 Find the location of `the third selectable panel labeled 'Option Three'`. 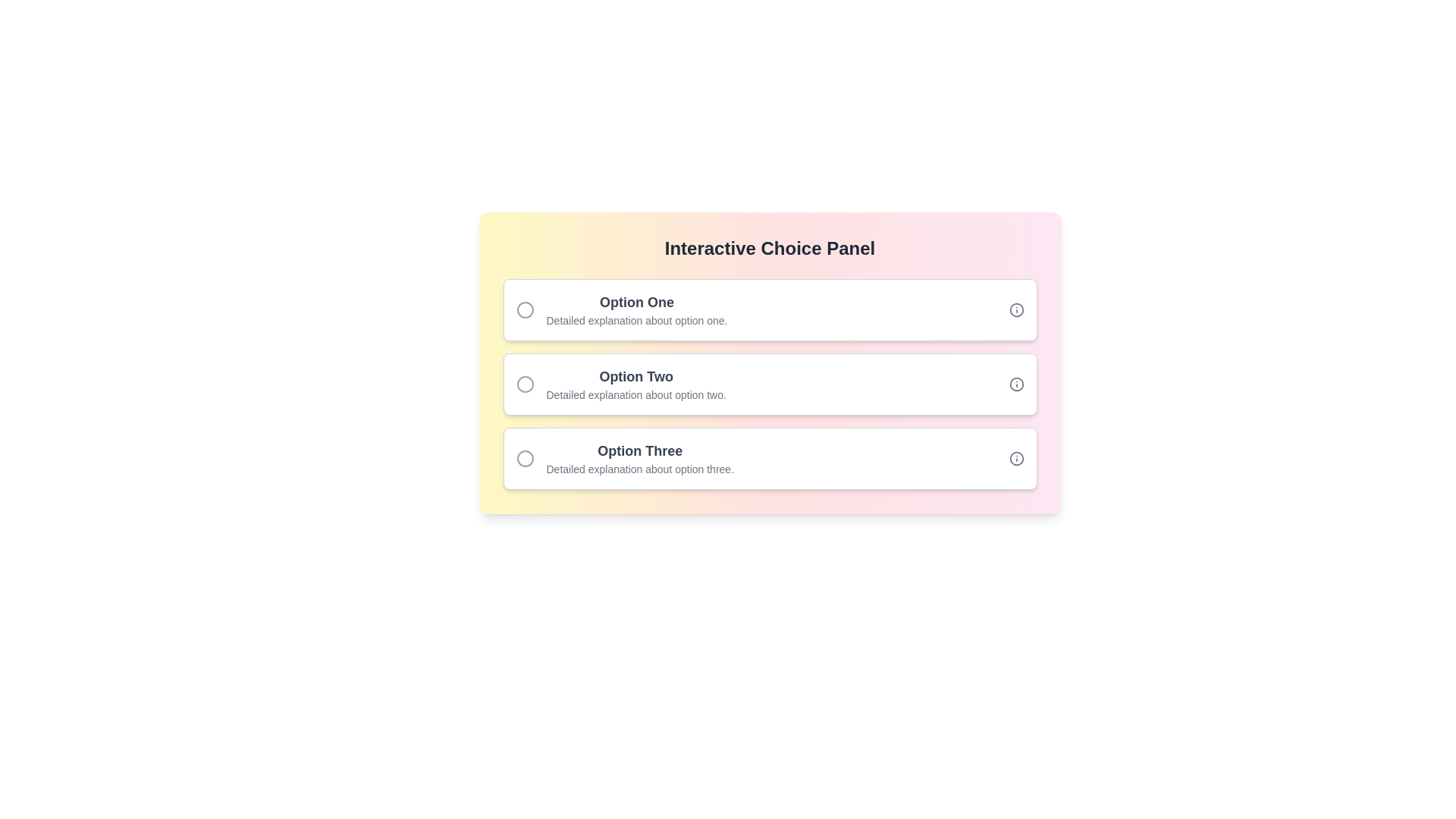

the third selectable panel labeled 'Option Three' is located at coordinates (770, 458).